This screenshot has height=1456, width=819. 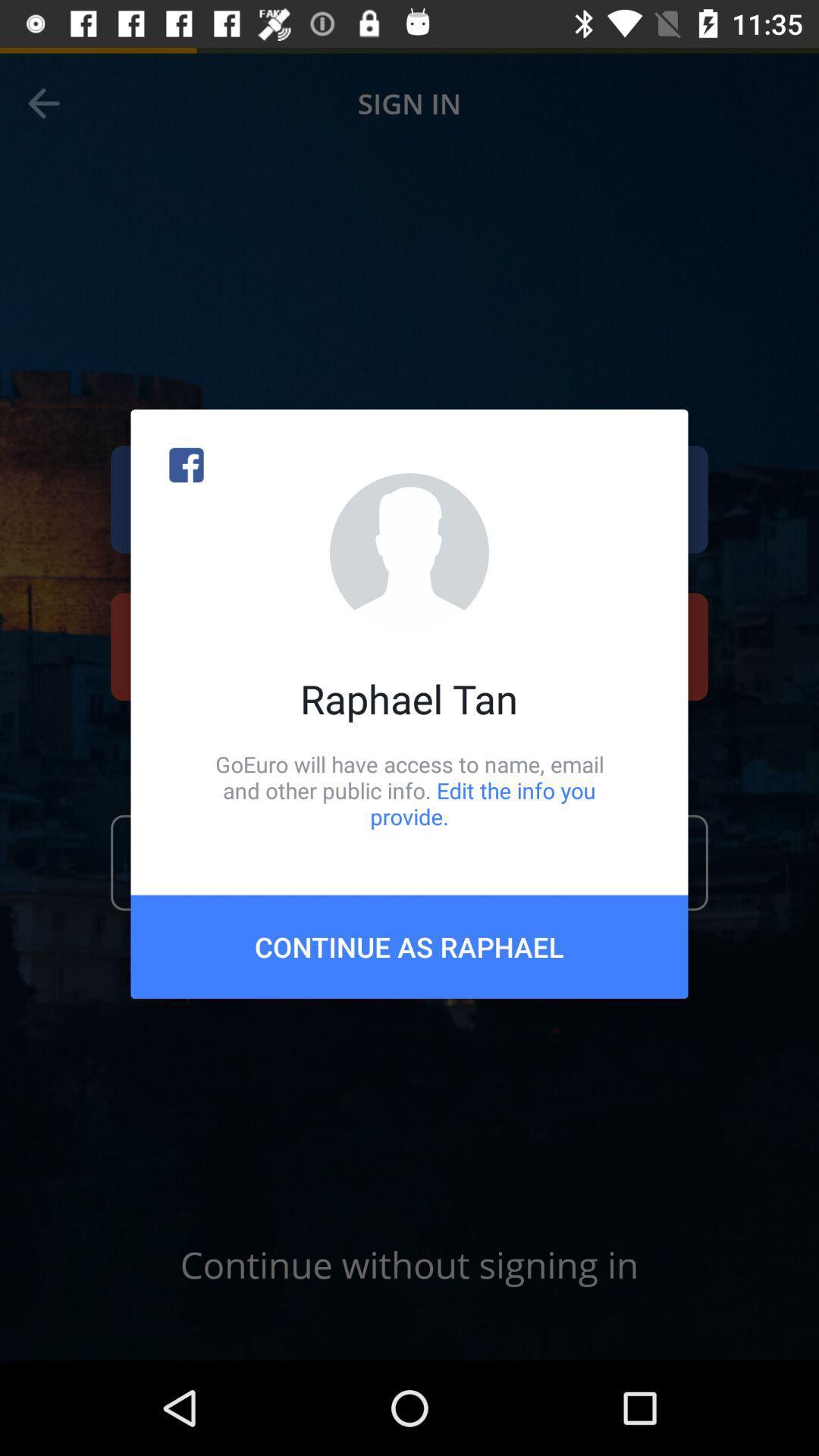 What do you see at coordinates (409, 946) in the screenshot?
I see `the continue as raphael` at bounding box center [409, 946].